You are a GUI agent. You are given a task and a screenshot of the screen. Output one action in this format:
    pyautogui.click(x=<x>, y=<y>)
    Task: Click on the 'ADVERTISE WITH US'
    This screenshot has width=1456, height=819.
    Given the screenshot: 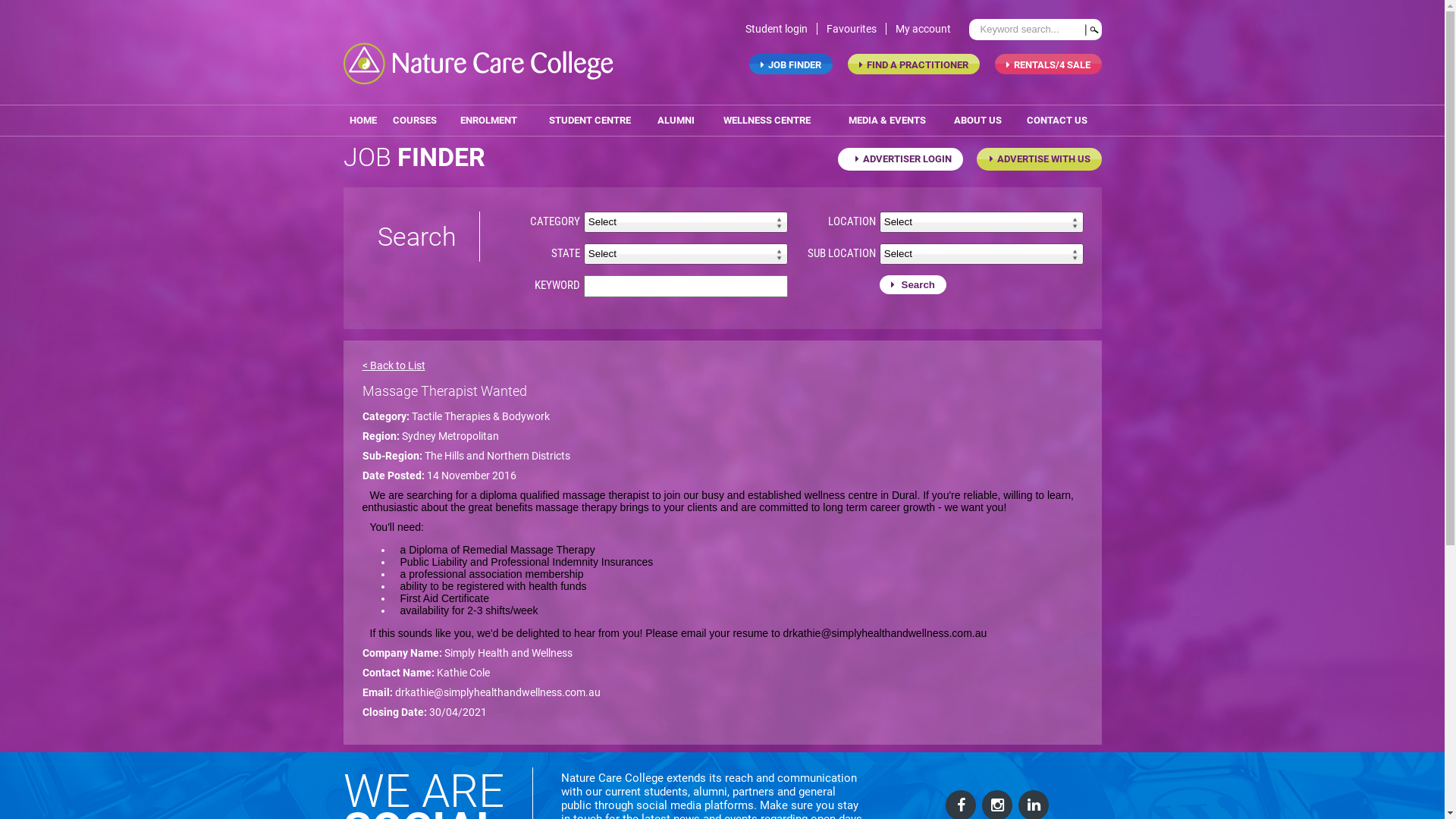 What is the action you would take?
    pyautogui.click(x=1038, y=158)
    